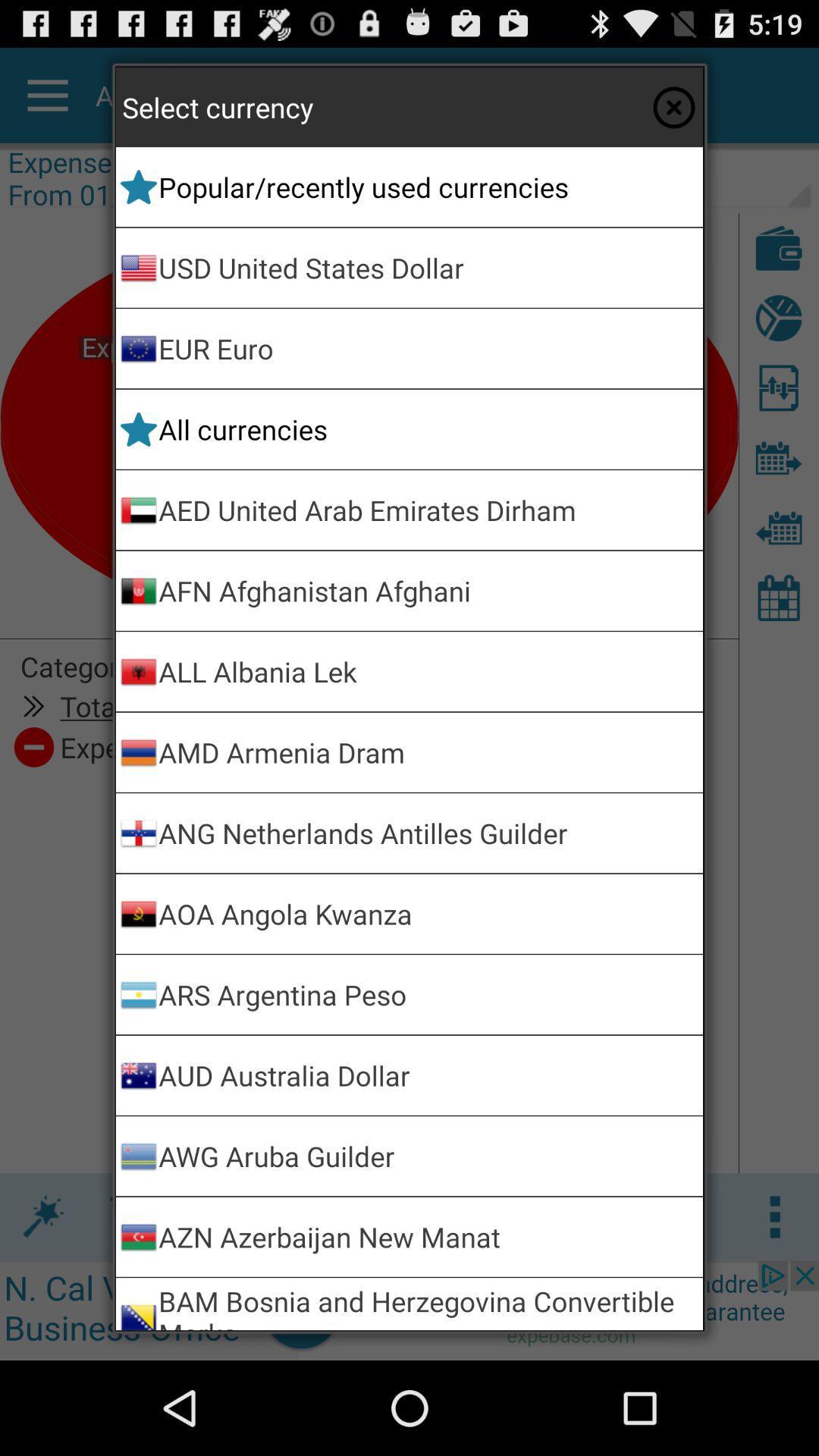 Image resolution: width=819 pixels, height=1456 pixels. What do you see at coordinates (673, 106) in the screenshot?
I see `exit select currency` at bounding box center [673, 106].